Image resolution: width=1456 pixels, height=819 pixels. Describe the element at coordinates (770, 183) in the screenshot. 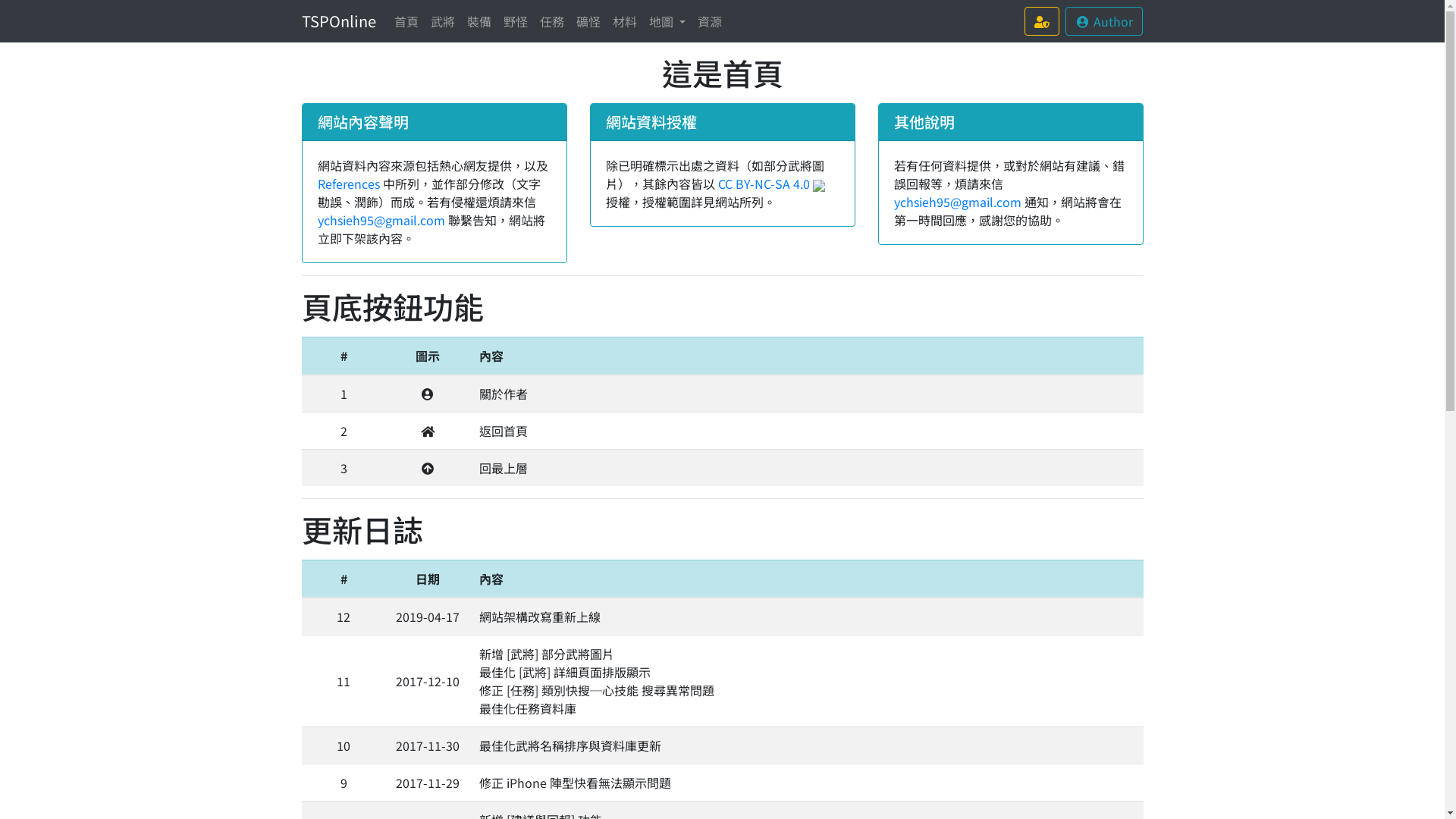

I see `'CC BY-NC-SA 4.0'` at that location.